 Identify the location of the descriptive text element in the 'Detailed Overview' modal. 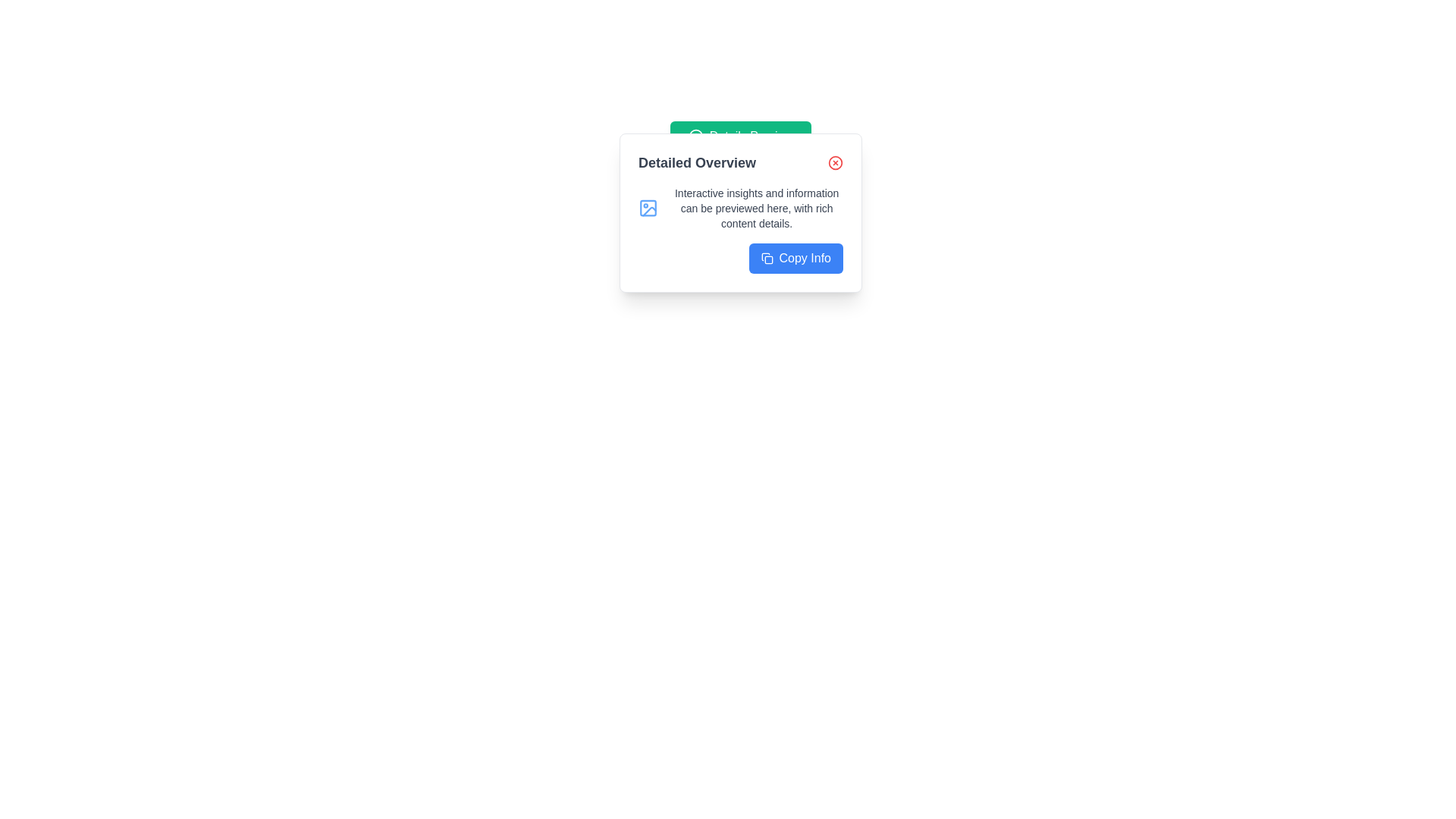
(757, 208).